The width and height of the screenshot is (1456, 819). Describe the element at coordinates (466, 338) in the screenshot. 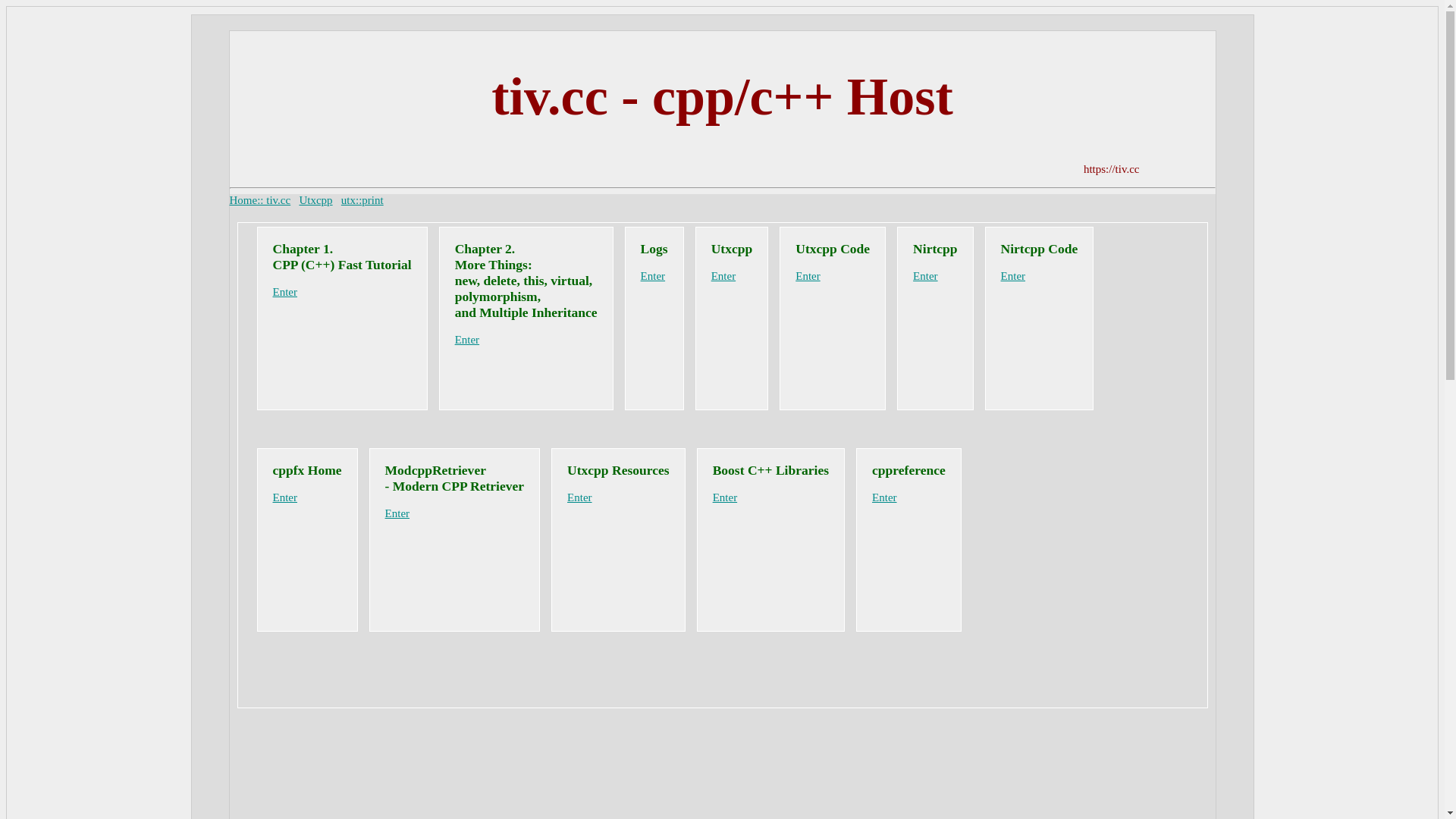

I see `'Enter'` at that location.